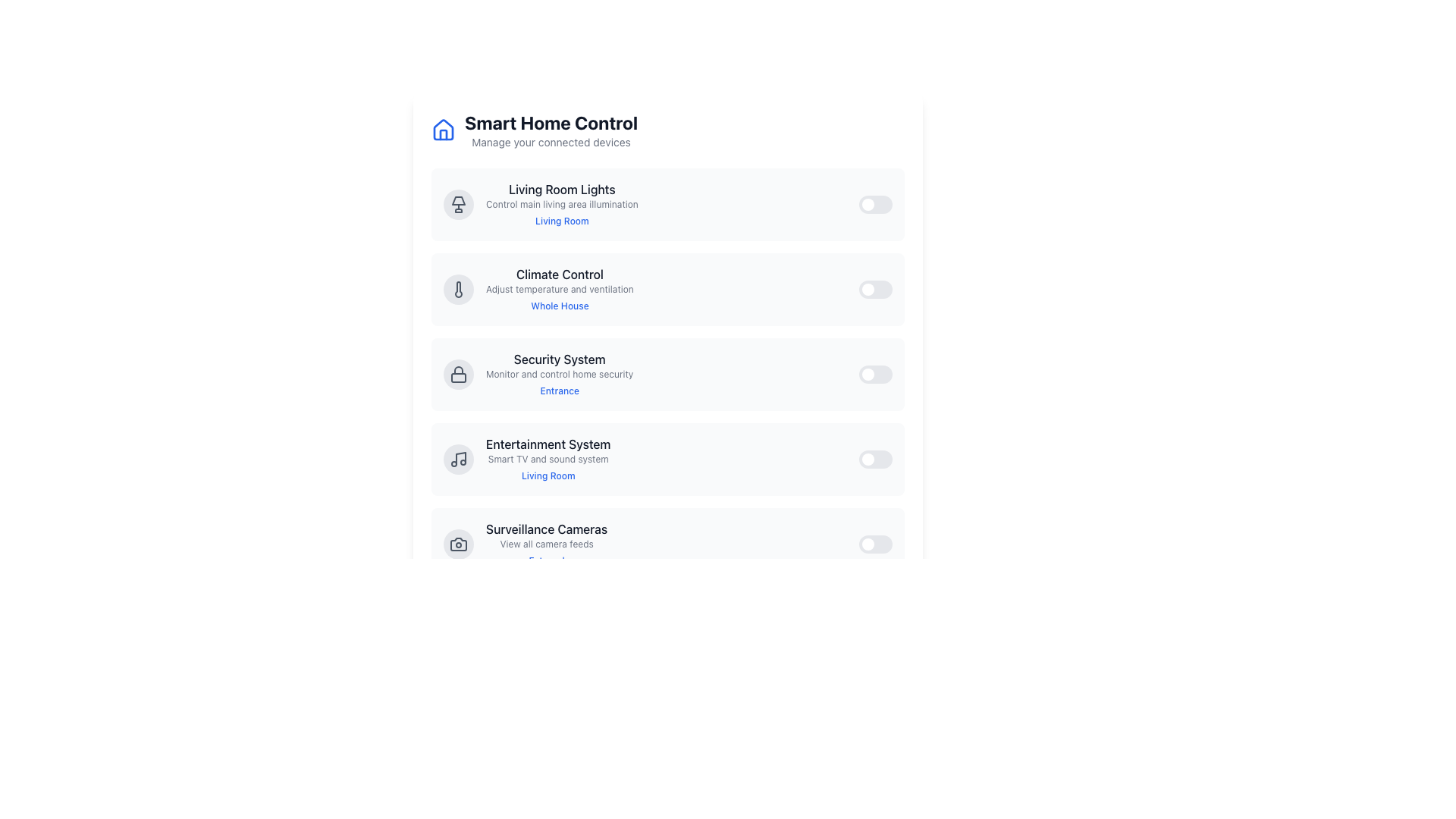  What do you see at coordinates (457, 205) in the screenshot?
I see `the circular gray button with a lamp icon located at the top-left corner of the 'Living Room Lights' section` at bounding box center [457, 205].